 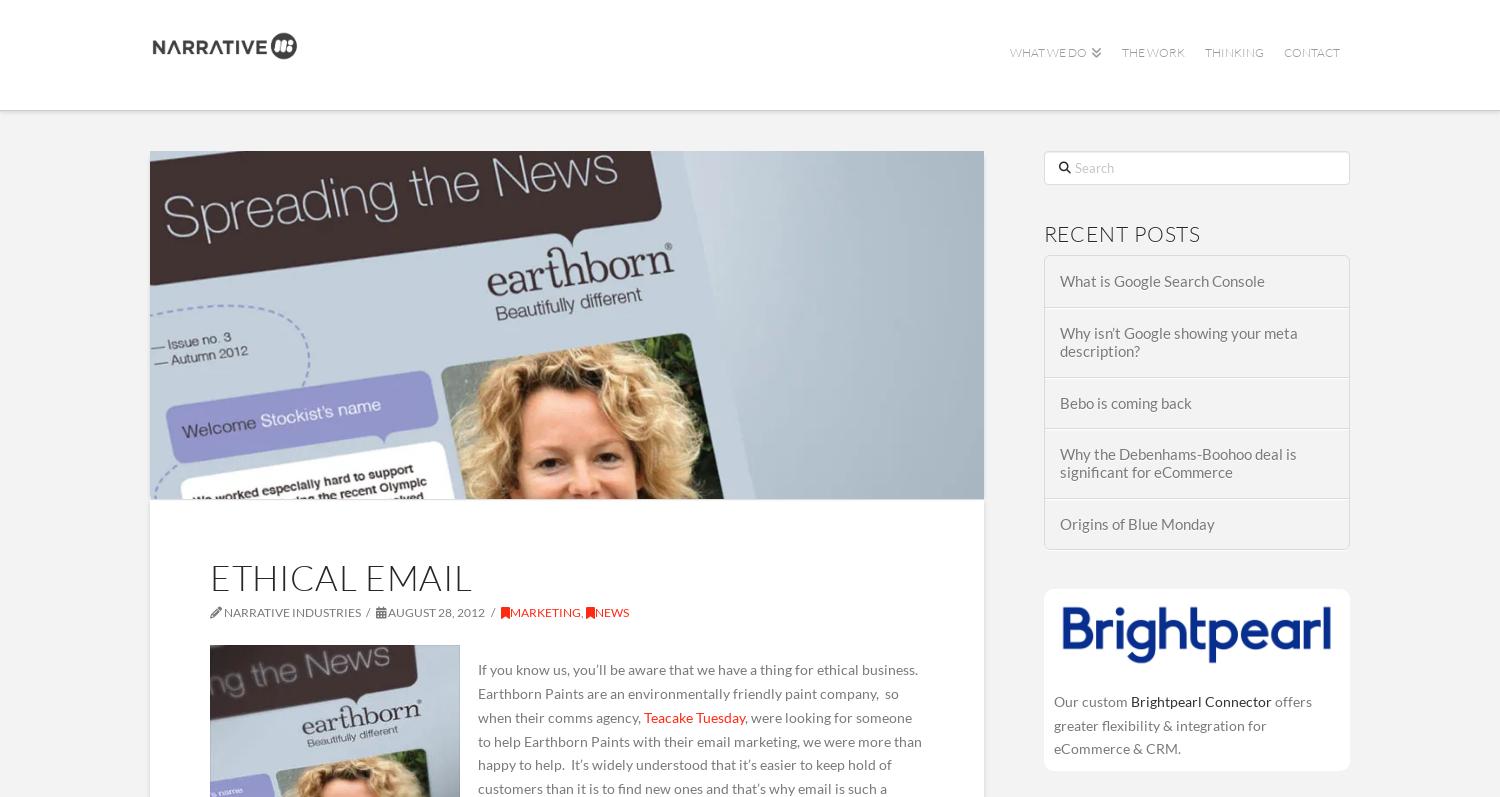 What do you see at coordinates (579, 612) in the screenshot?
I see `','` at bounding box center [579, 612].